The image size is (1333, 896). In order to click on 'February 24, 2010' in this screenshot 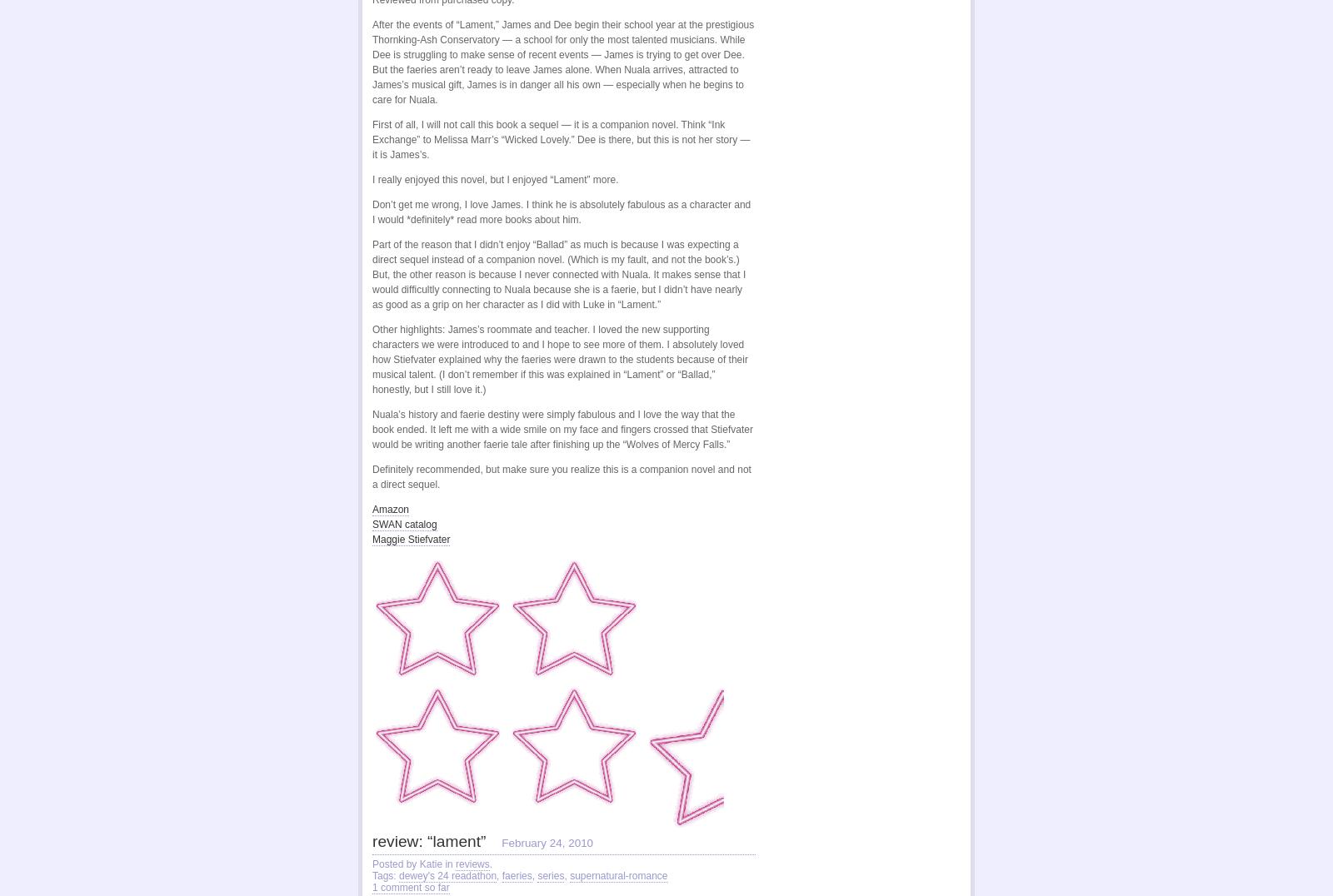, I will do `click(547, 840)`.